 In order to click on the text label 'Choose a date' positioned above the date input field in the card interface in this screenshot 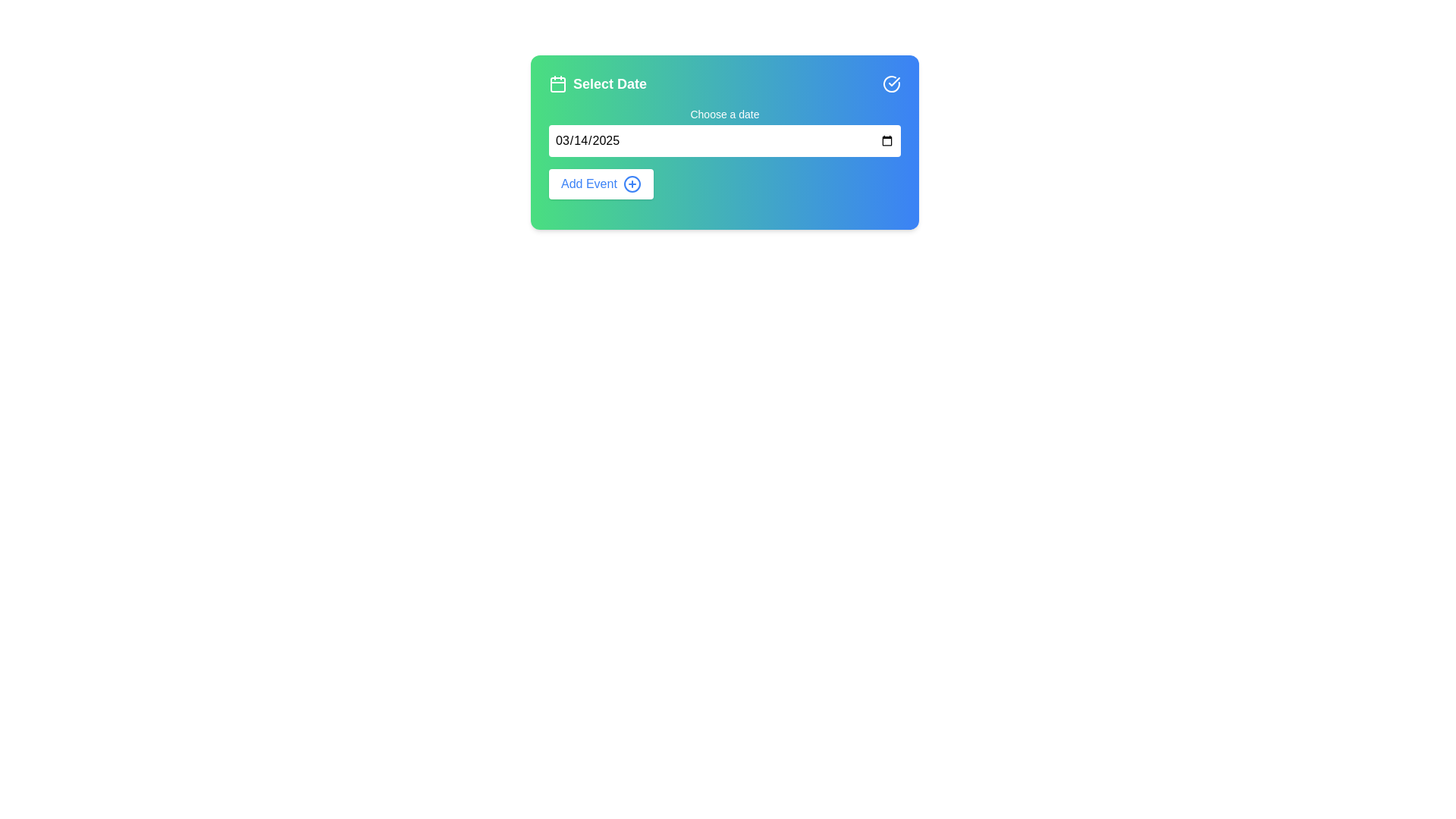, I will do `click(723, 113)`.